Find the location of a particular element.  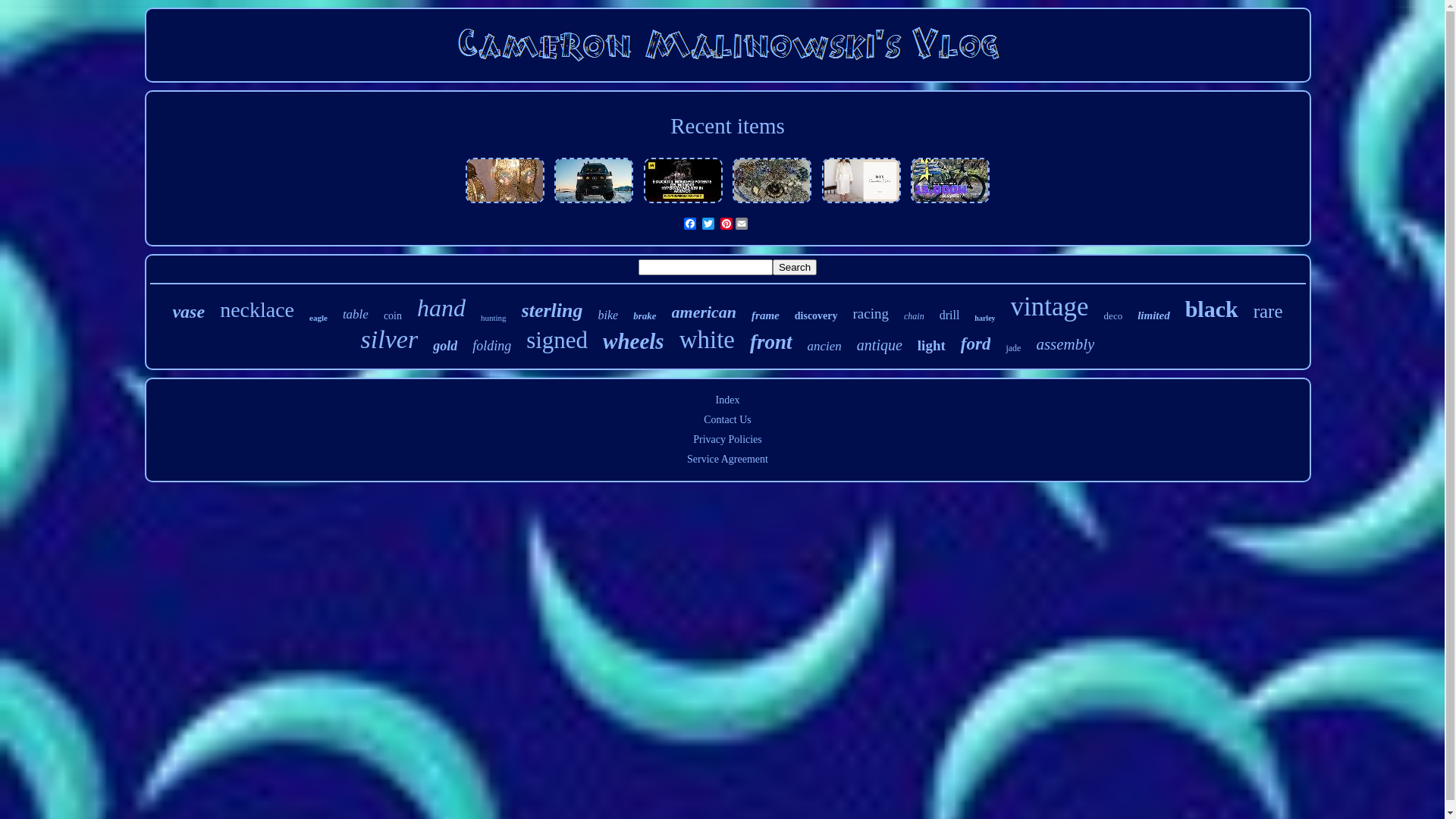

'drill' is located at coordinates (938, 315).